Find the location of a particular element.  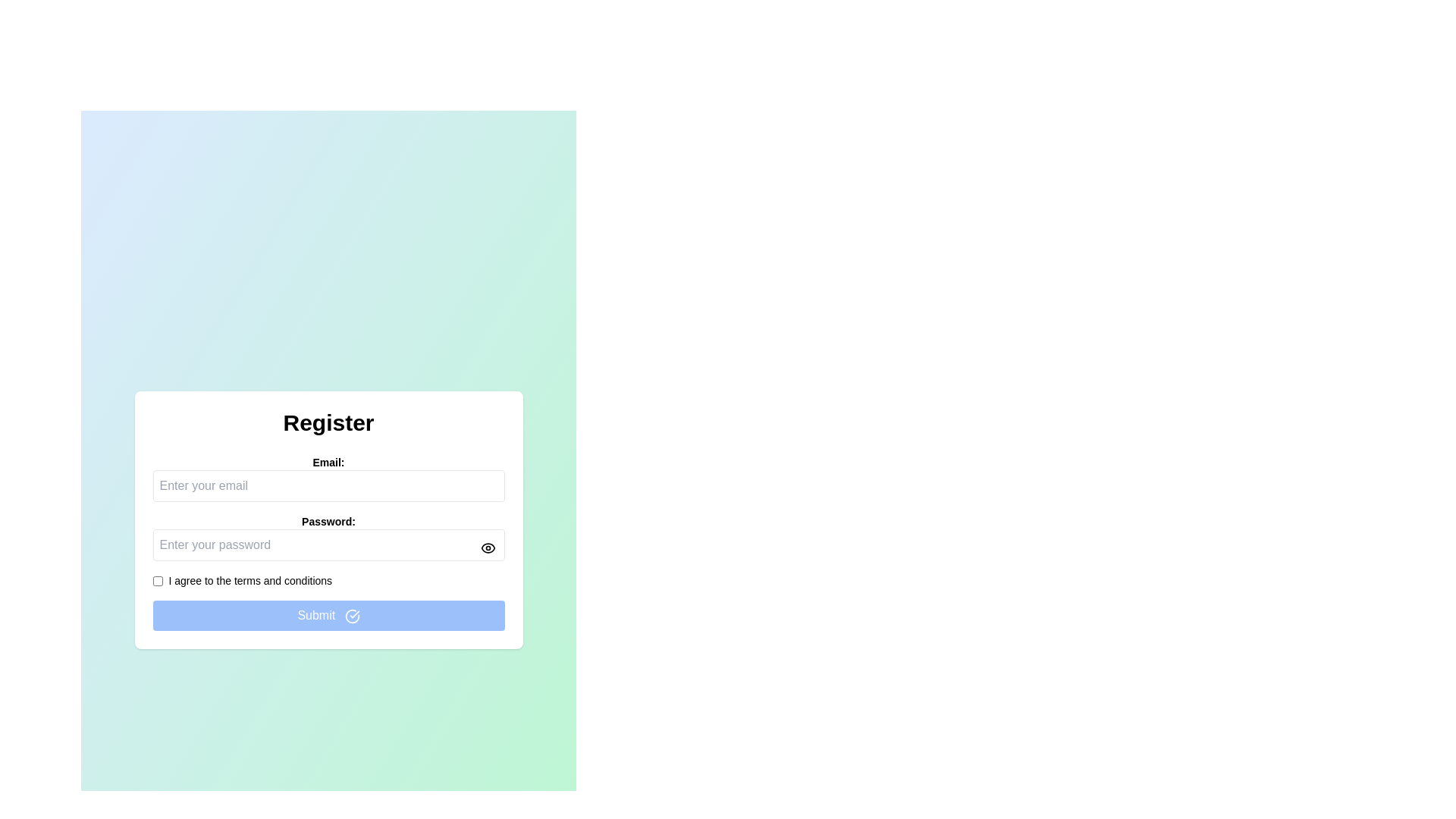

the label displaying 'Email:' which is located to the left of the email input field in the 'Register' form section is located at coordinates (328, 461).